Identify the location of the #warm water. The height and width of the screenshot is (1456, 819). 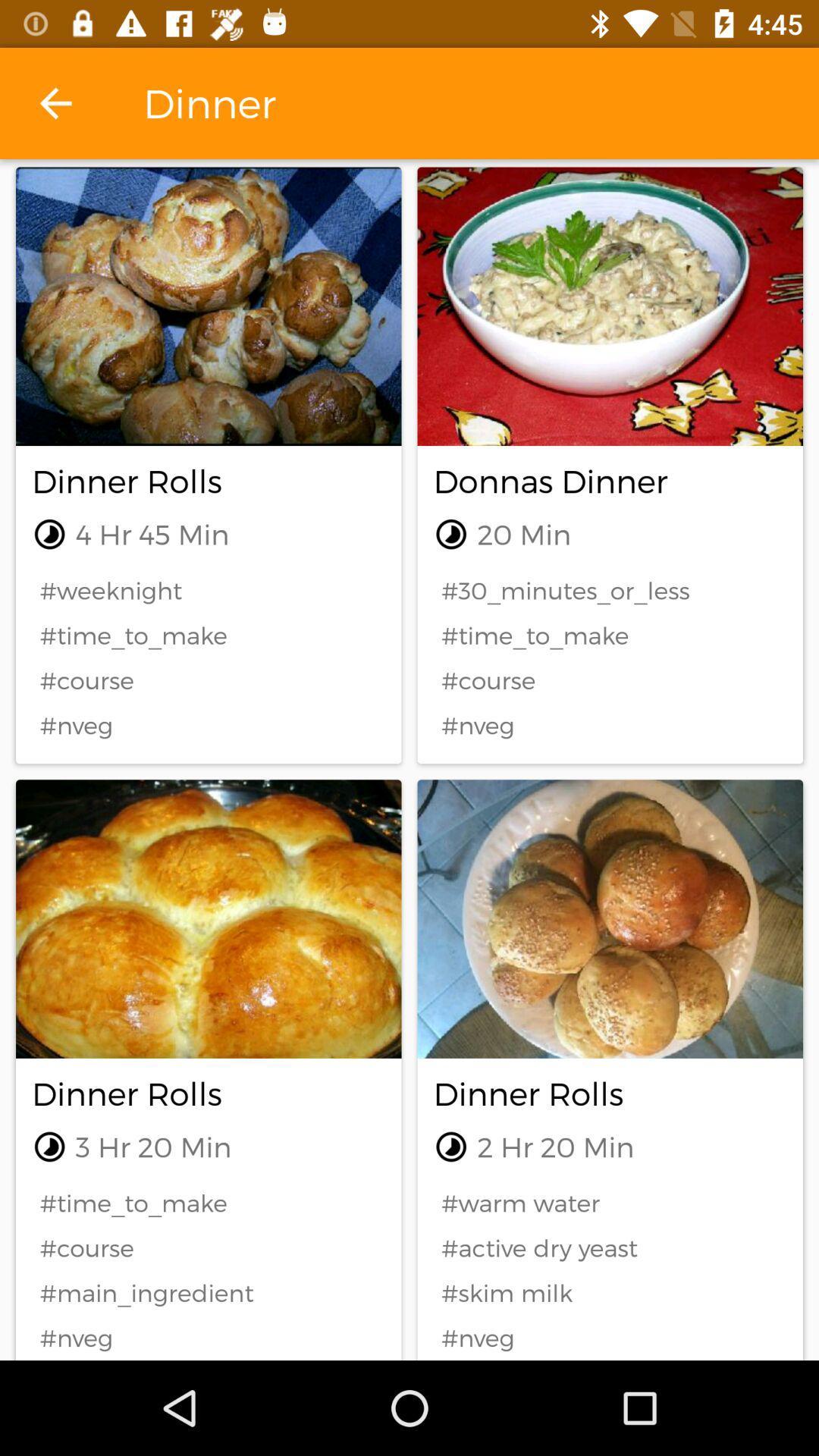
(609, 1202).